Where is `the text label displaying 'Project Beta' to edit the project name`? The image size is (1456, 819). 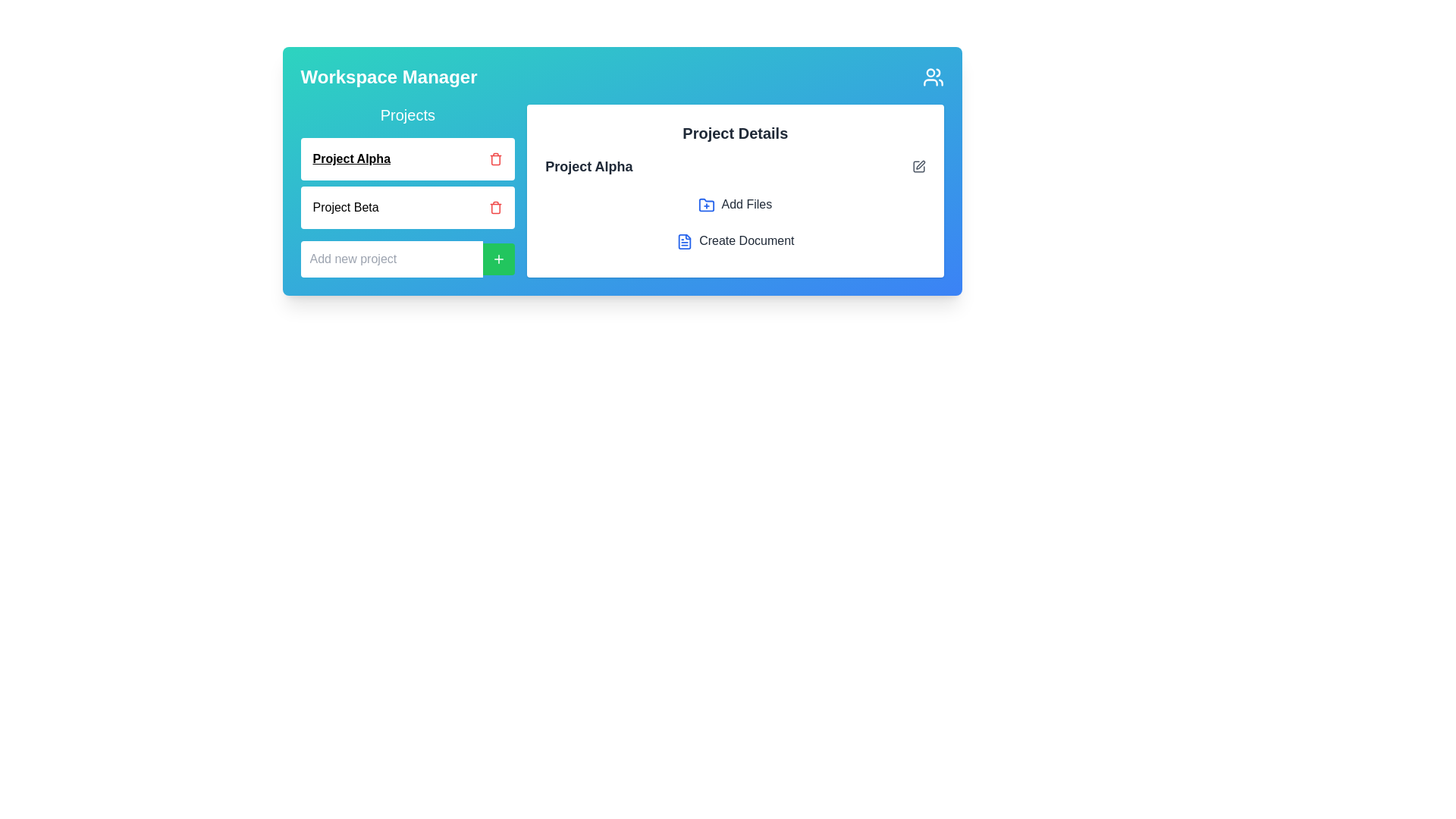 the text label displaying 'Project Beta' to edit the project name is located at coordinates (345, 207).